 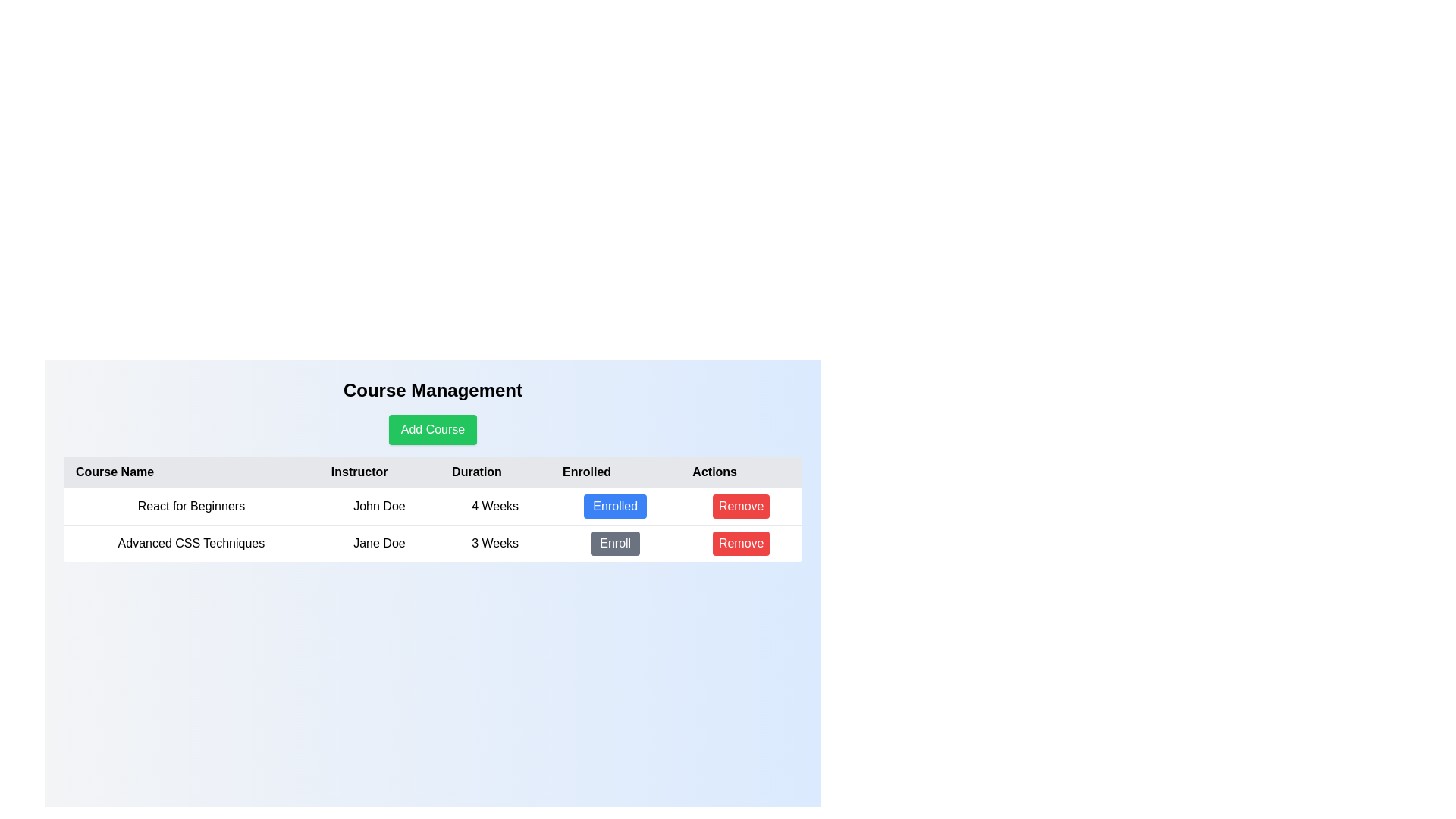 What do you see at coordinates (432, 390) in the screenshot?
I see `the heading that serves as a title for the course management section, located above the 'Add Course' button and course table` at bounding box center [432, 390].